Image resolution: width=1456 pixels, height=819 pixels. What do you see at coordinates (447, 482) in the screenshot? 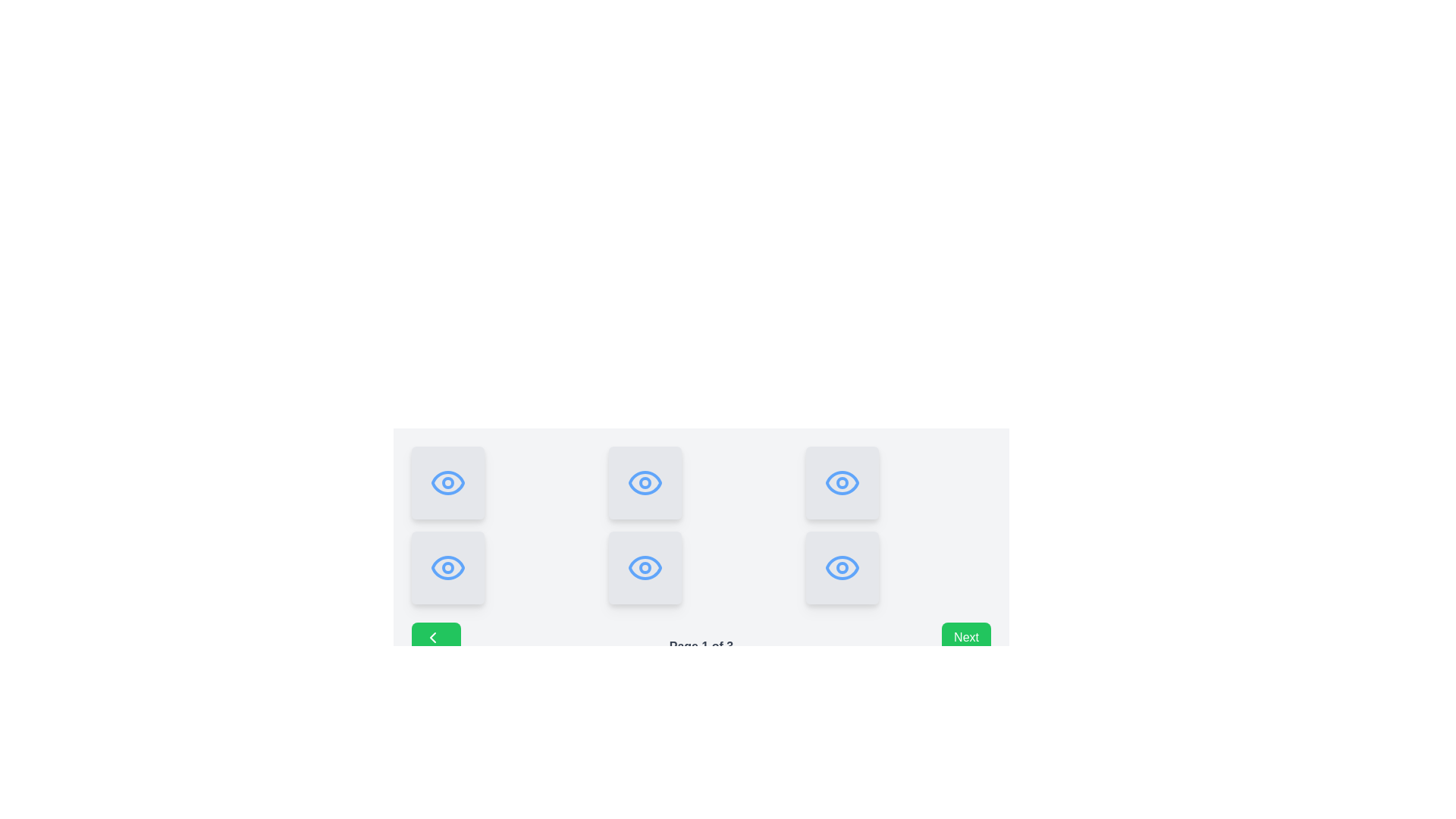
I see `the SVG circle element at the center of the eye icon located in the top-left corner of the grid layout for visual attention` at bounding box center [447, 482].